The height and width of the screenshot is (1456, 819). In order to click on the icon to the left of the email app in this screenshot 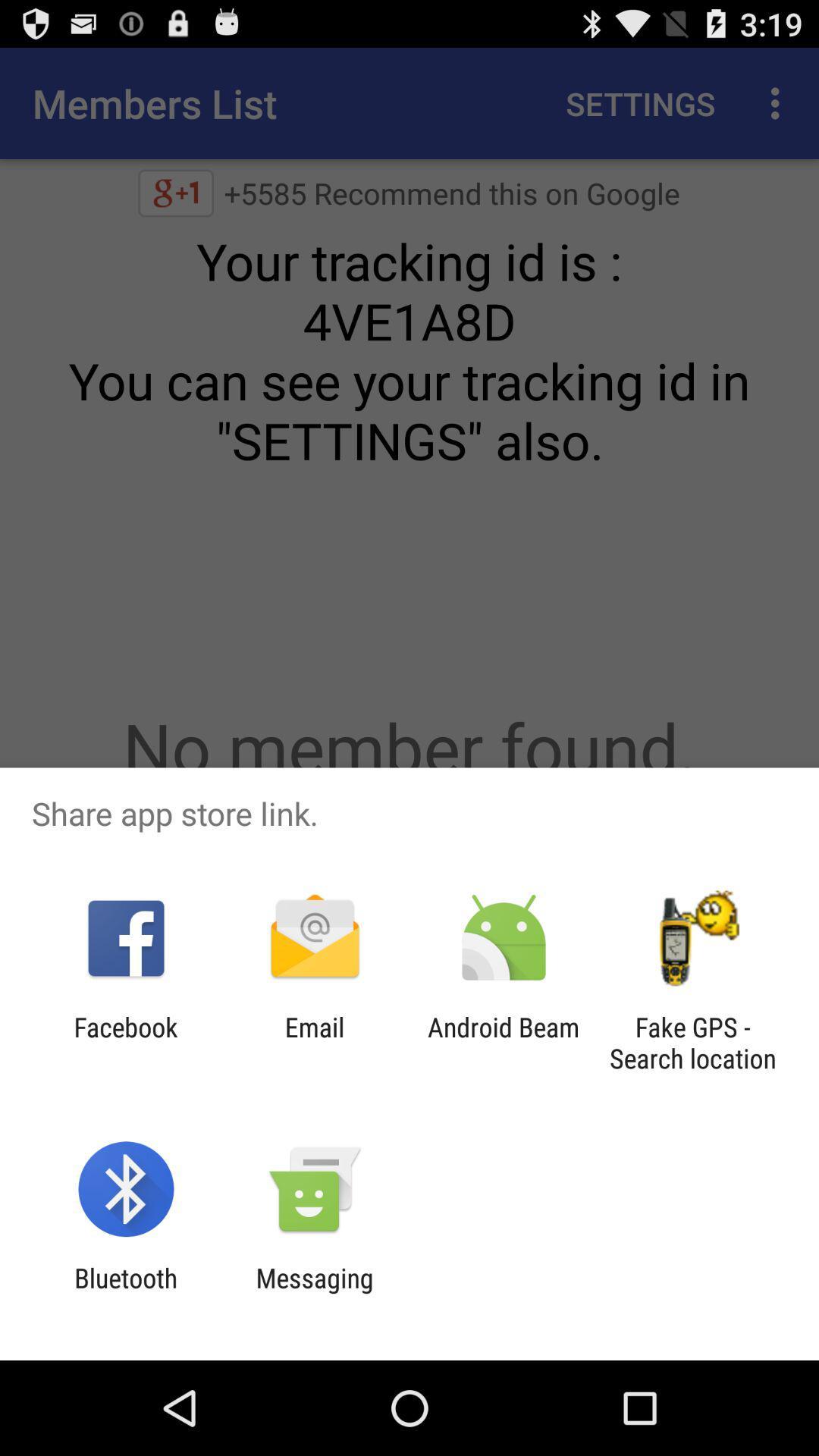, I will do `click(125, 1042)`.